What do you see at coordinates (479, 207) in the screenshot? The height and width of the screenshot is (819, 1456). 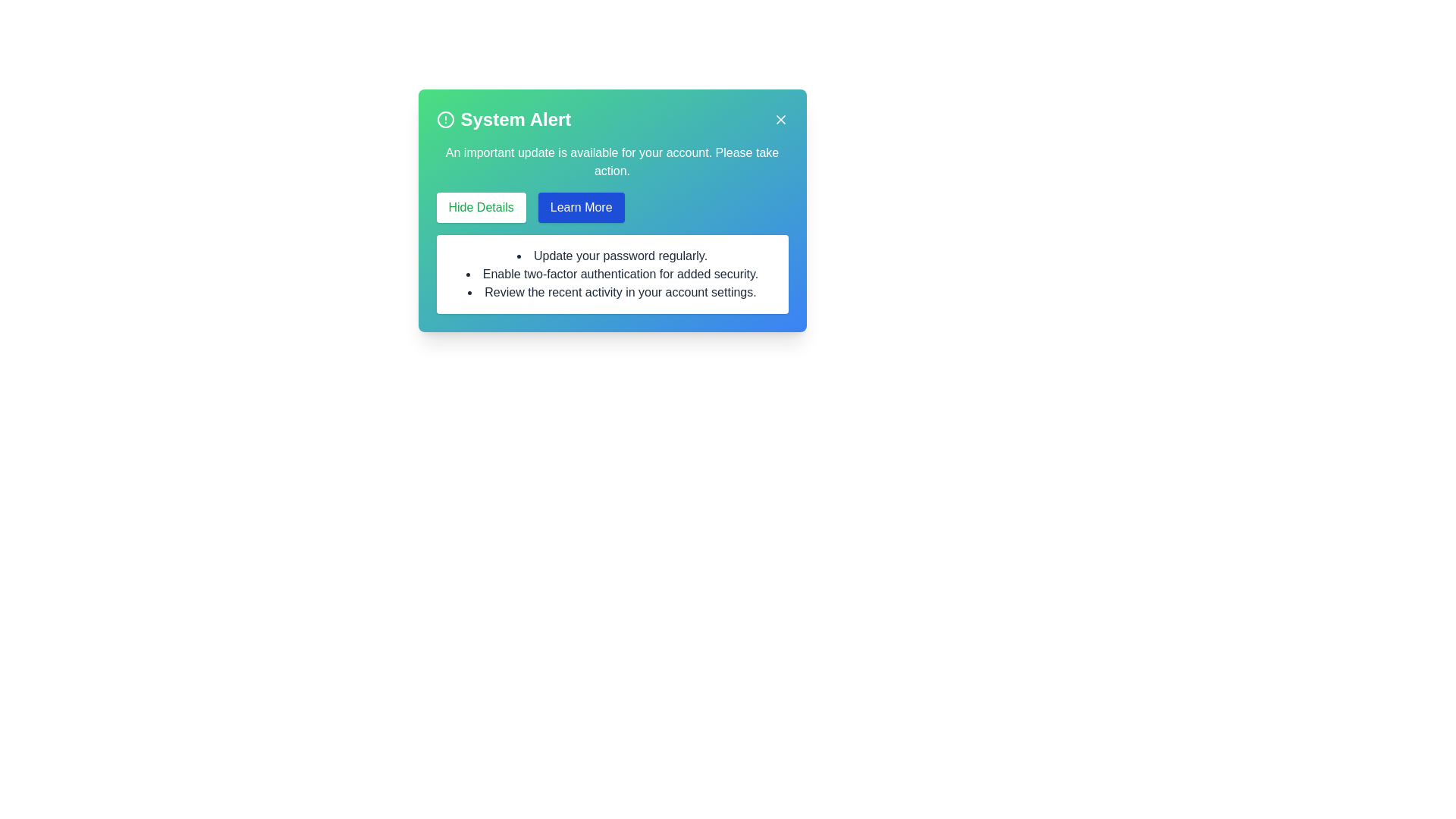 I see `the button located to the left of the blue 'Learn More' button beneath the 'System Alert' content block to hide the visible details displayed below` at bounding box center [479, 207].